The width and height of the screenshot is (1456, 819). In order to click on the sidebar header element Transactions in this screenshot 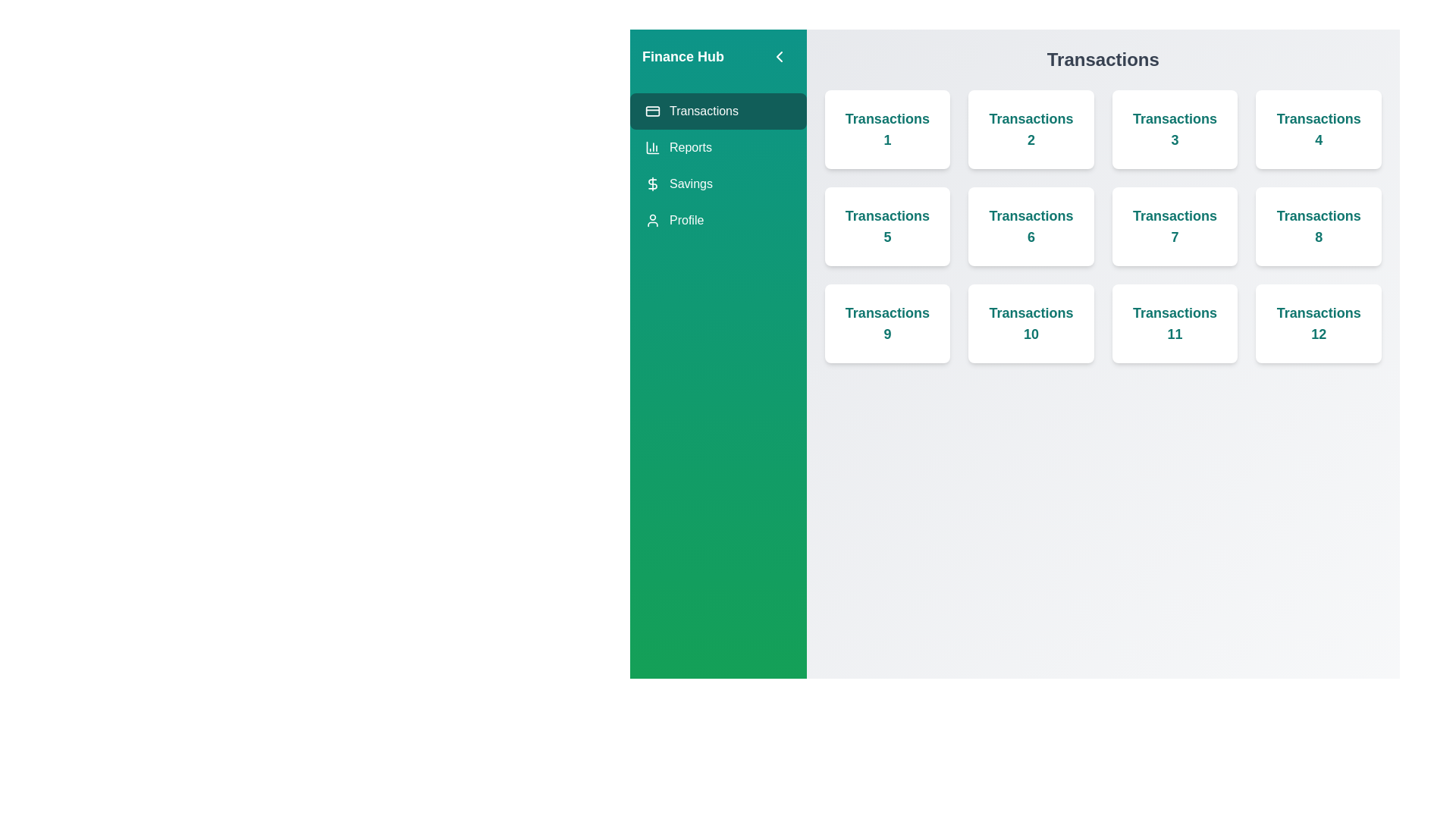, I will do `click(717, 110)`.